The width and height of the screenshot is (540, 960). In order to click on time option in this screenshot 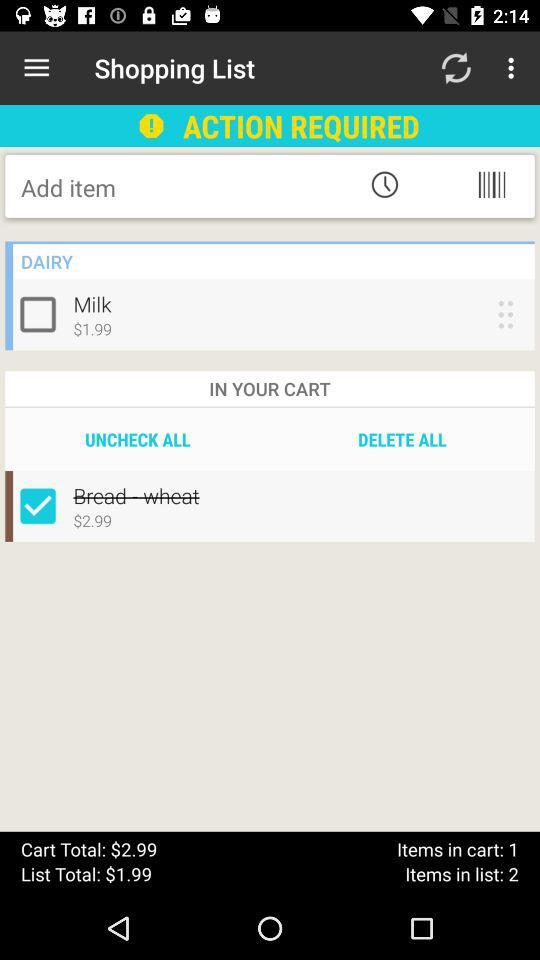, I will do `click(384, 184)`.